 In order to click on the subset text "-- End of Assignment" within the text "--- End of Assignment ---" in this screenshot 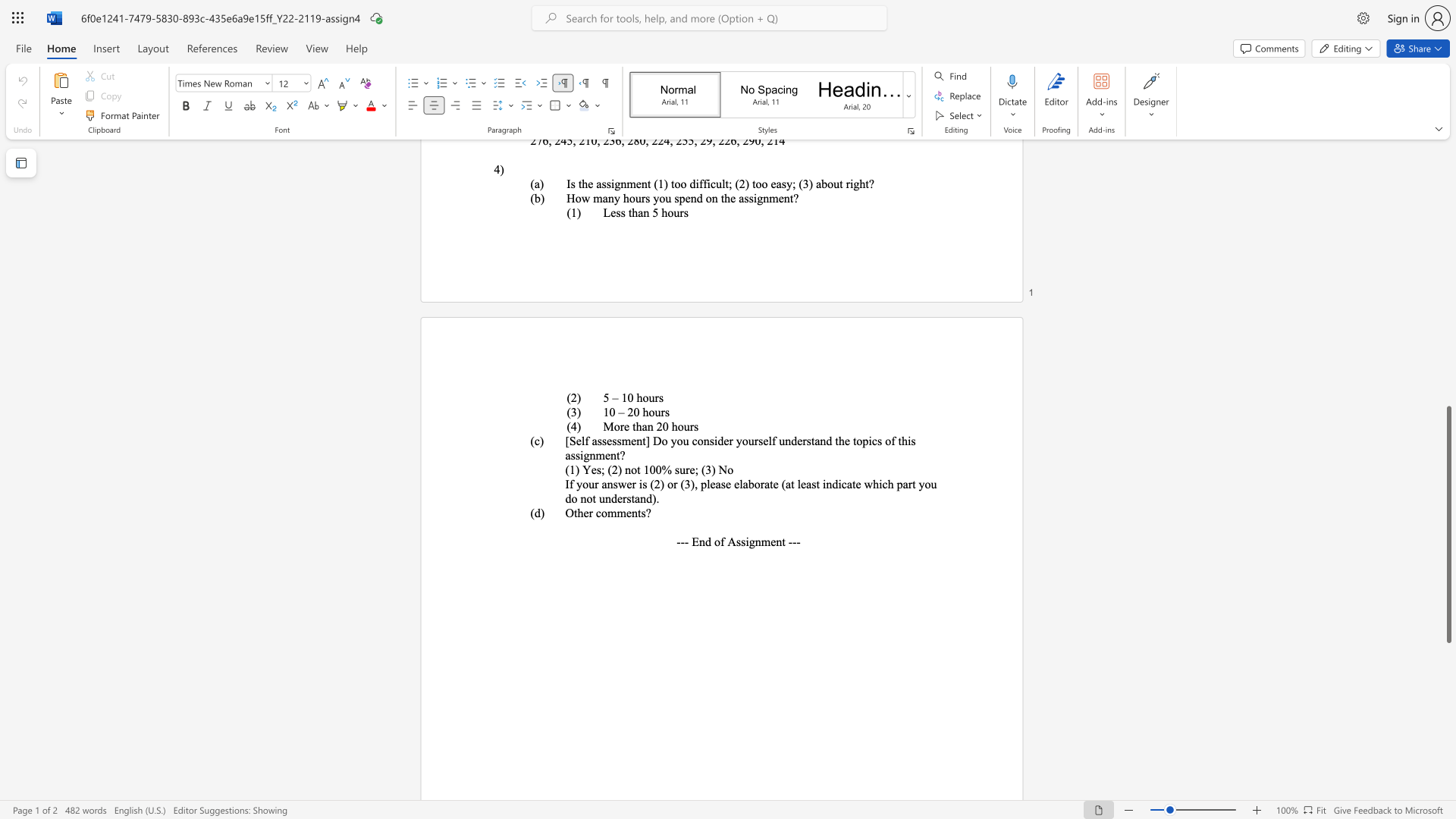, I will do `click(679, 541)`.